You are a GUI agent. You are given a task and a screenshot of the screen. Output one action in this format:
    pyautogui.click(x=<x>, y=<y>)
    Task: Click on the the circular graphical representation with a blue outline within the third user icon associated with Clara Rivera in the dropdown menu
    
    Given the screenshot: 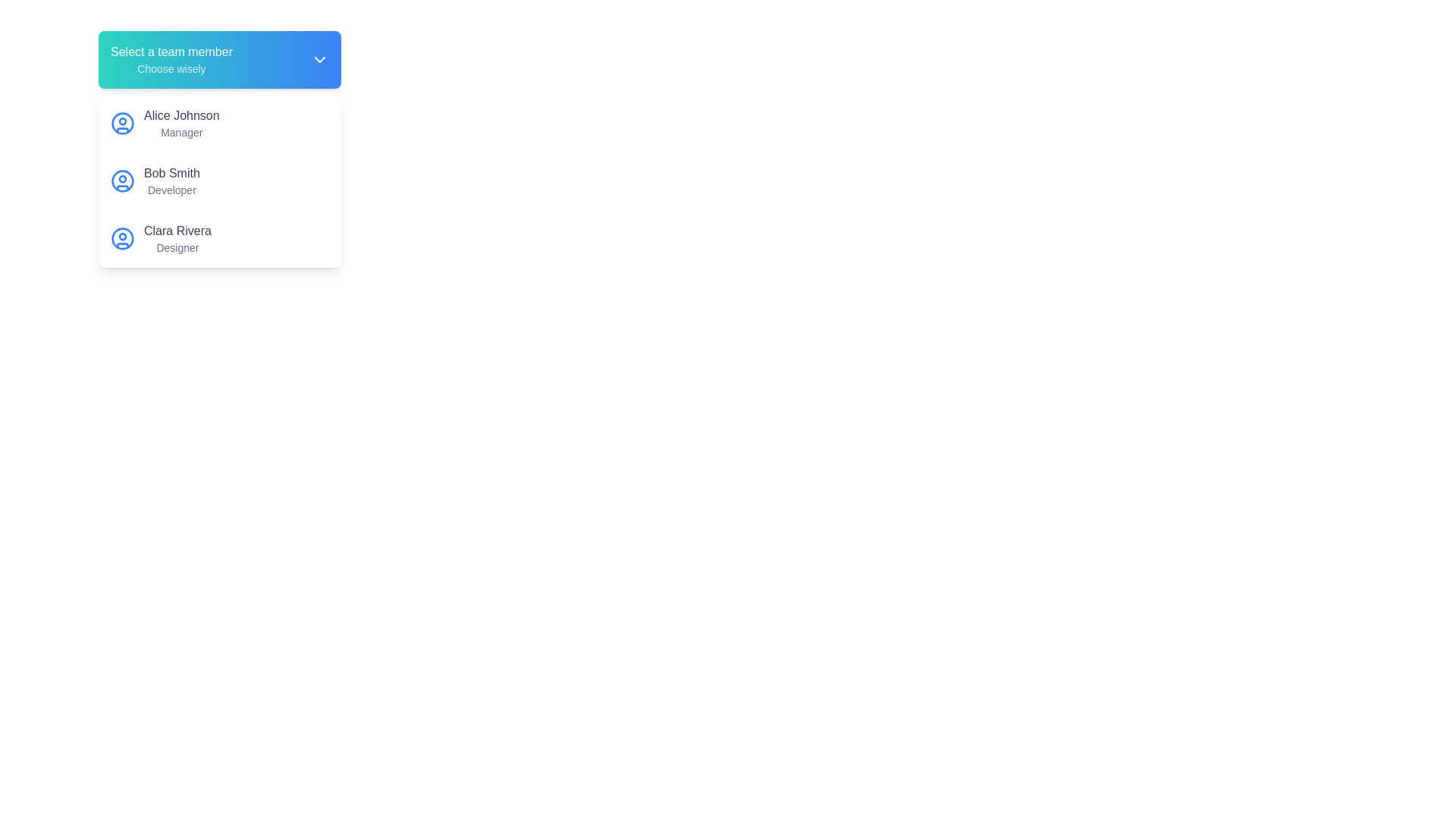 What is the action you would take?
    pyautogui.click(x=123, y=239)
    